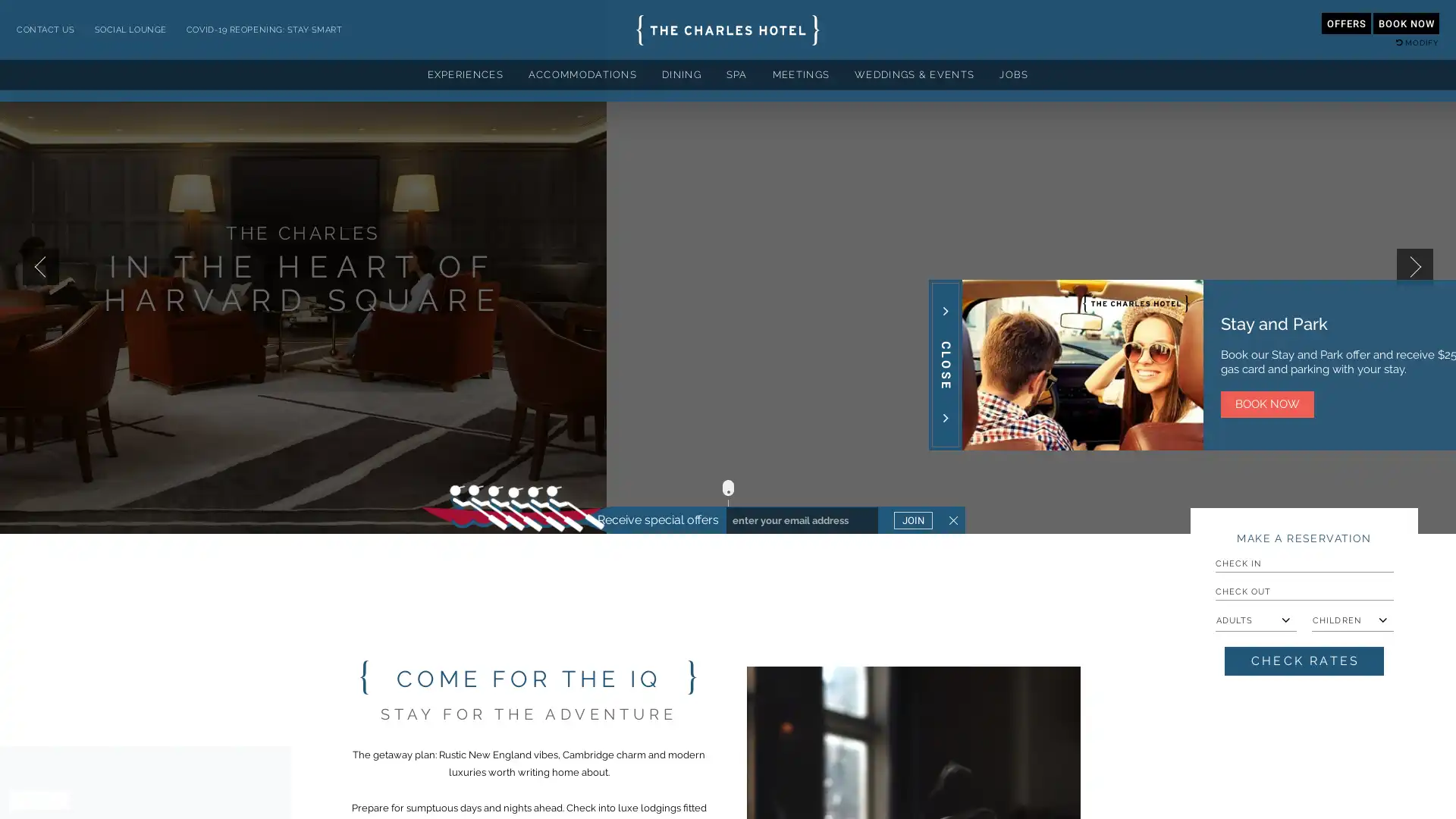 This screenshot has width=1456, height=819. I want to click on BOOK NOW, so click(1405, 23).